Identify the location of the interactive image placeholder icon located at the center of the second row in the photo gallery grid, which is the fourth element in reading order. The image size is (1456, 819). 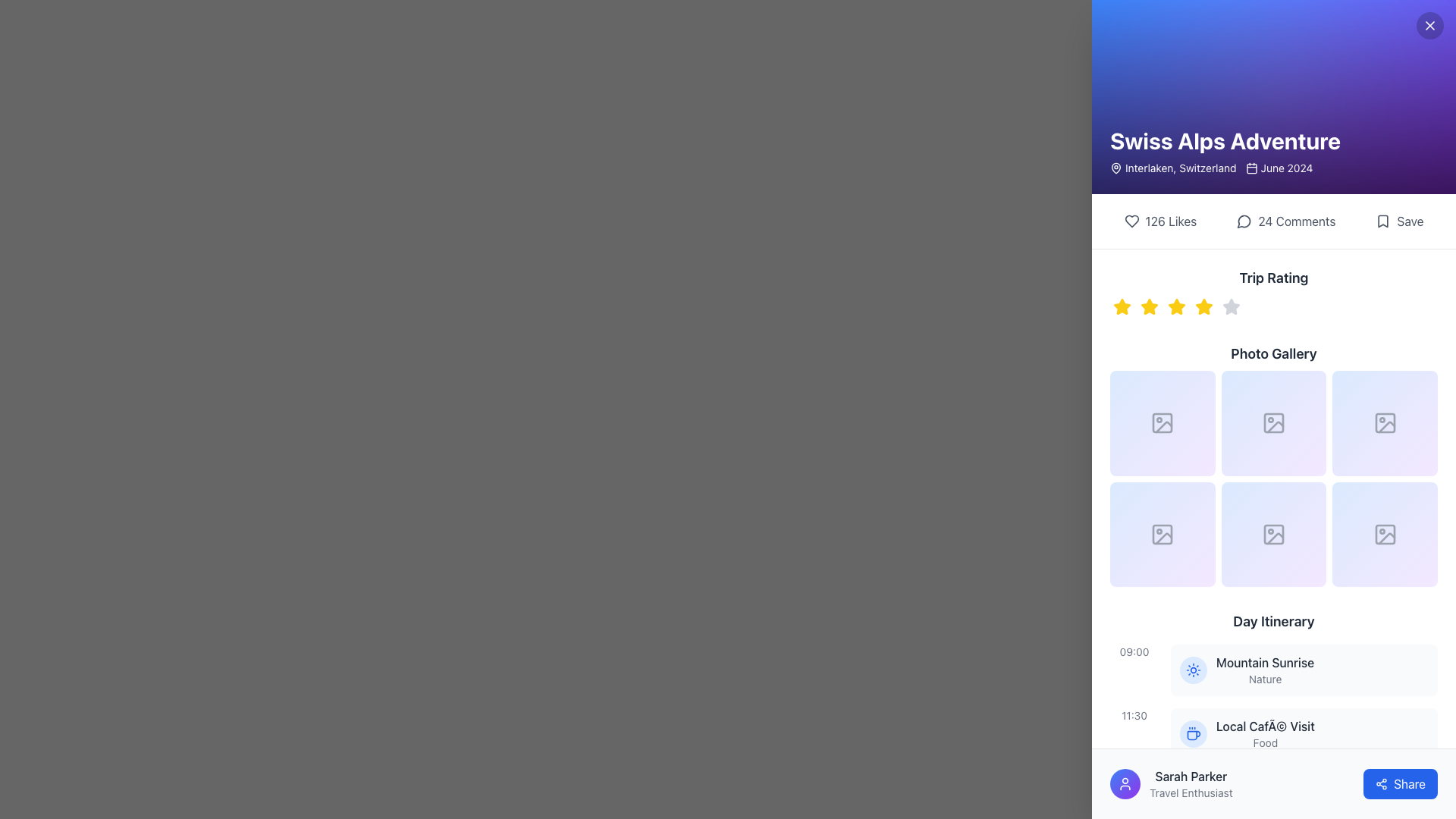
(1162, 534).